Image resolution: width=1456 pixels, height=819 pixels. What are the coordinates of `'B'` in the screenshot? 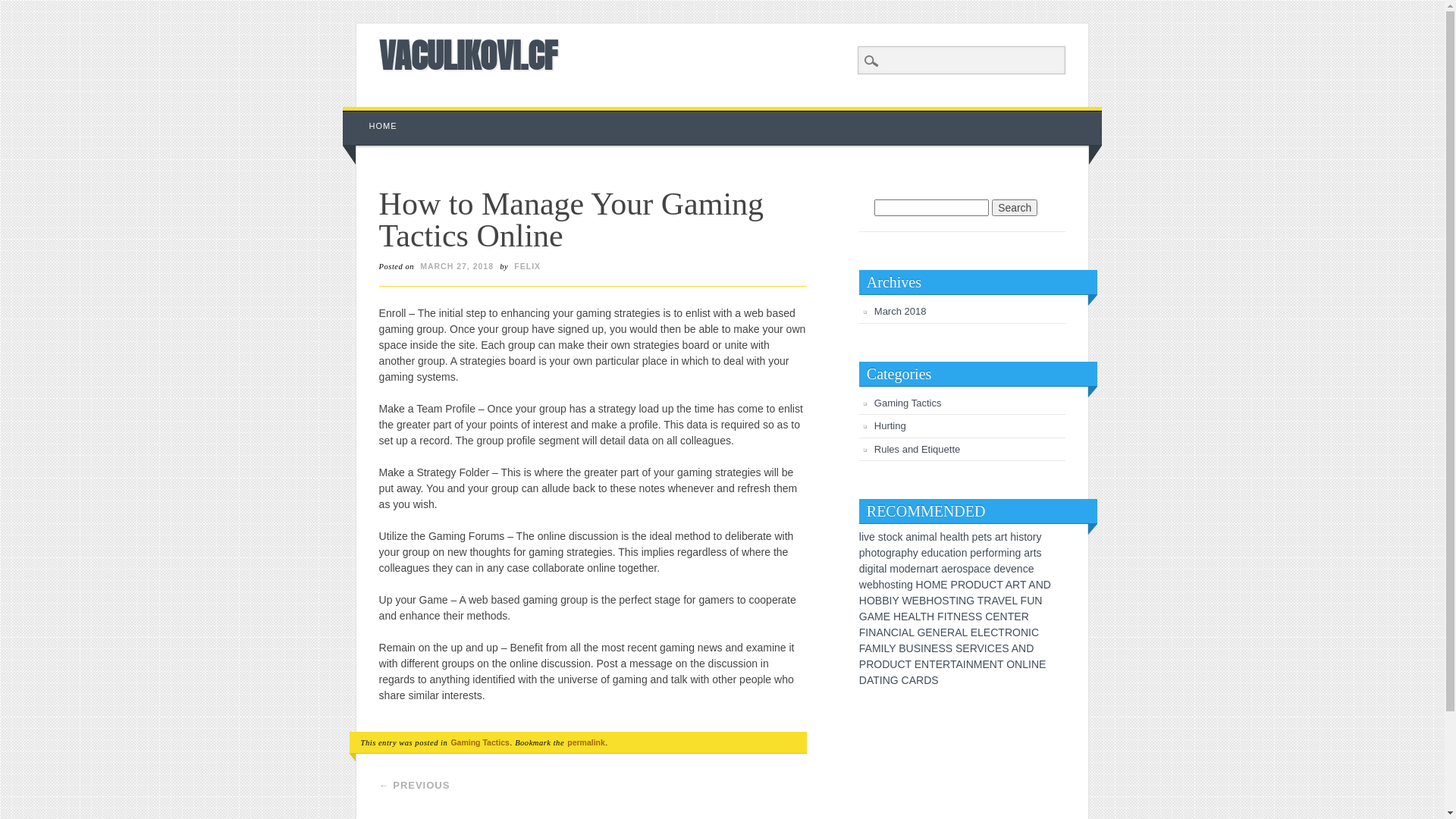 It's located at (921, 599).